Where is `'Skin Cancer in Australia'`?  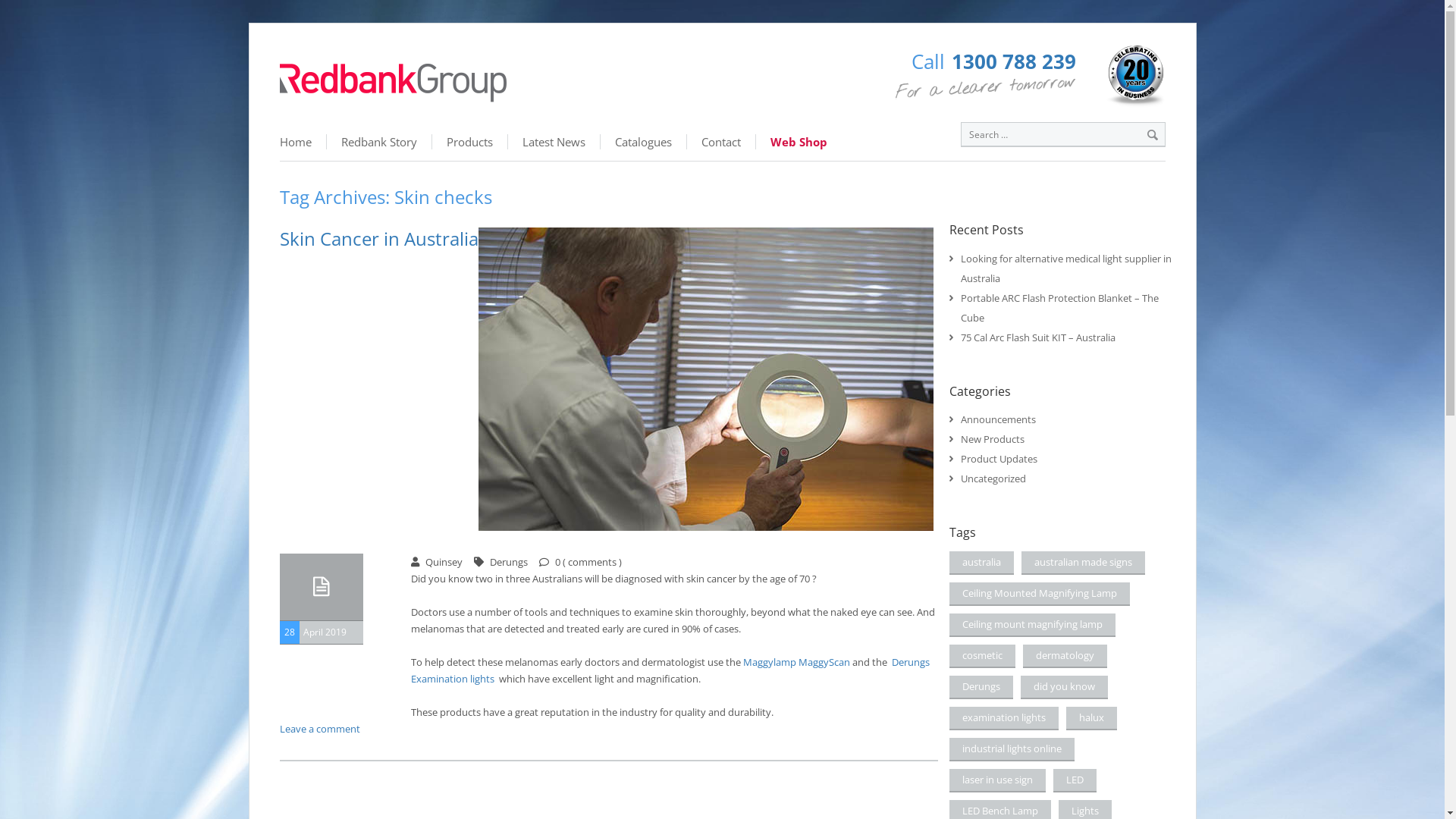
'Skin Cancer in Australia' is located at coordinates (378, 238).